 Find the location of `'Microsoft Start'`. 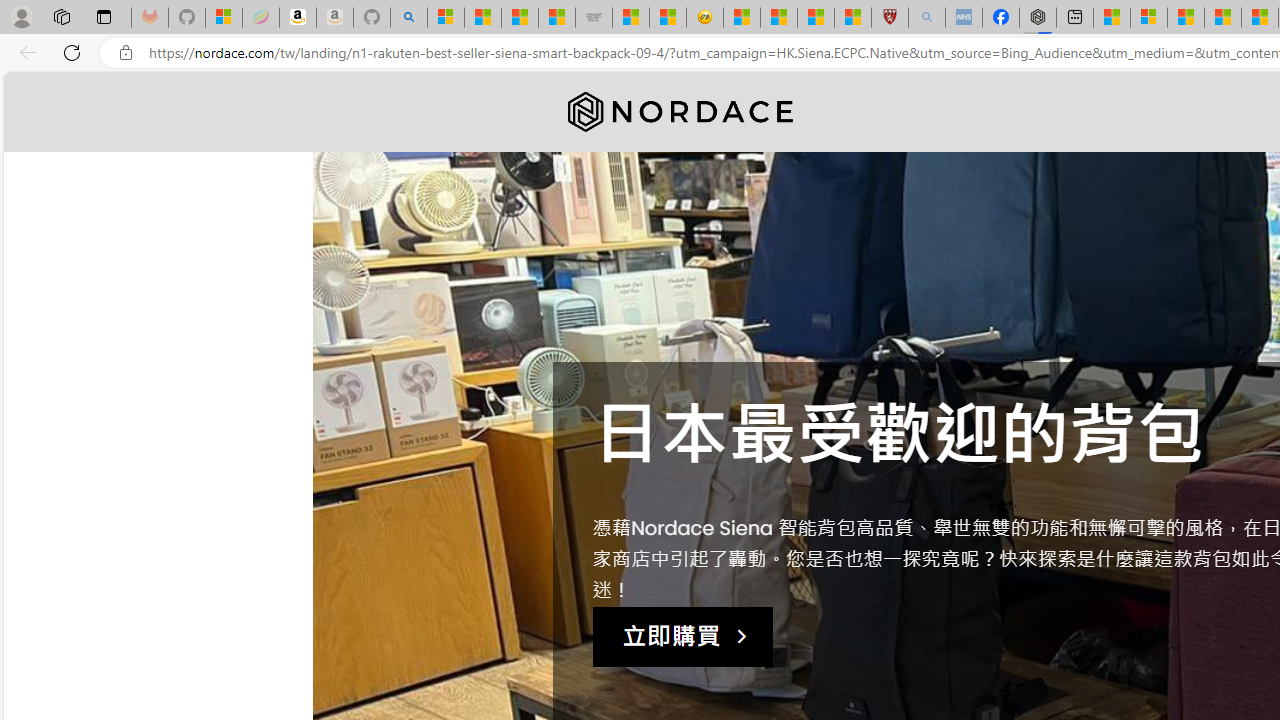

'Microsoft Start' is located at coordinates (1185, 17).